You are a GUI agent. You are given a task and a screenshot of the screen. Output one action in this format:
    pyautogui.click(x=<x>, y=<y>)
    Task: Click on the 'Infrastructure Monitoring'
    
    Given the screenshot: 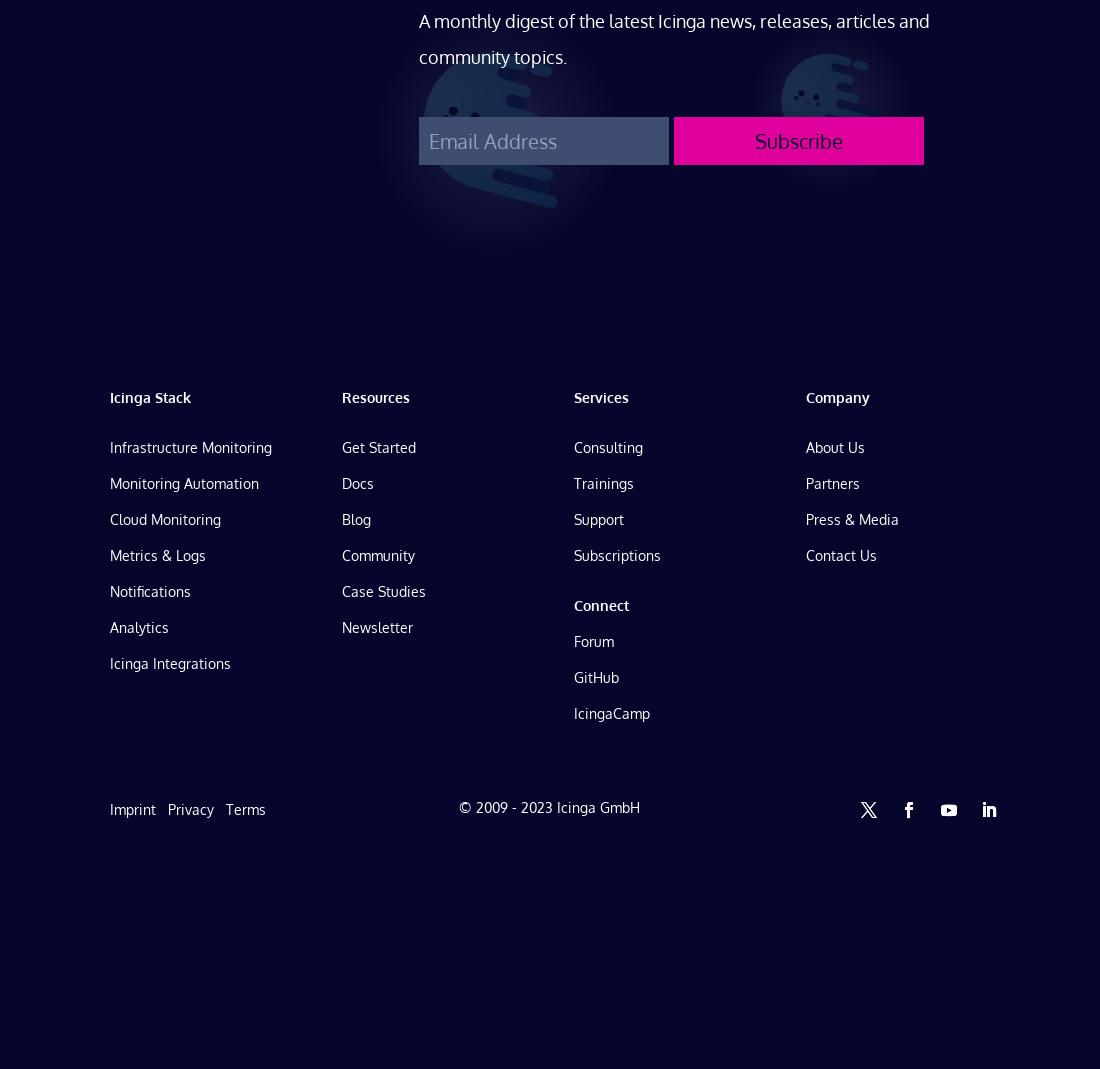 What is the action you would take?
    pyautogui.click(x=189, y=445)
    